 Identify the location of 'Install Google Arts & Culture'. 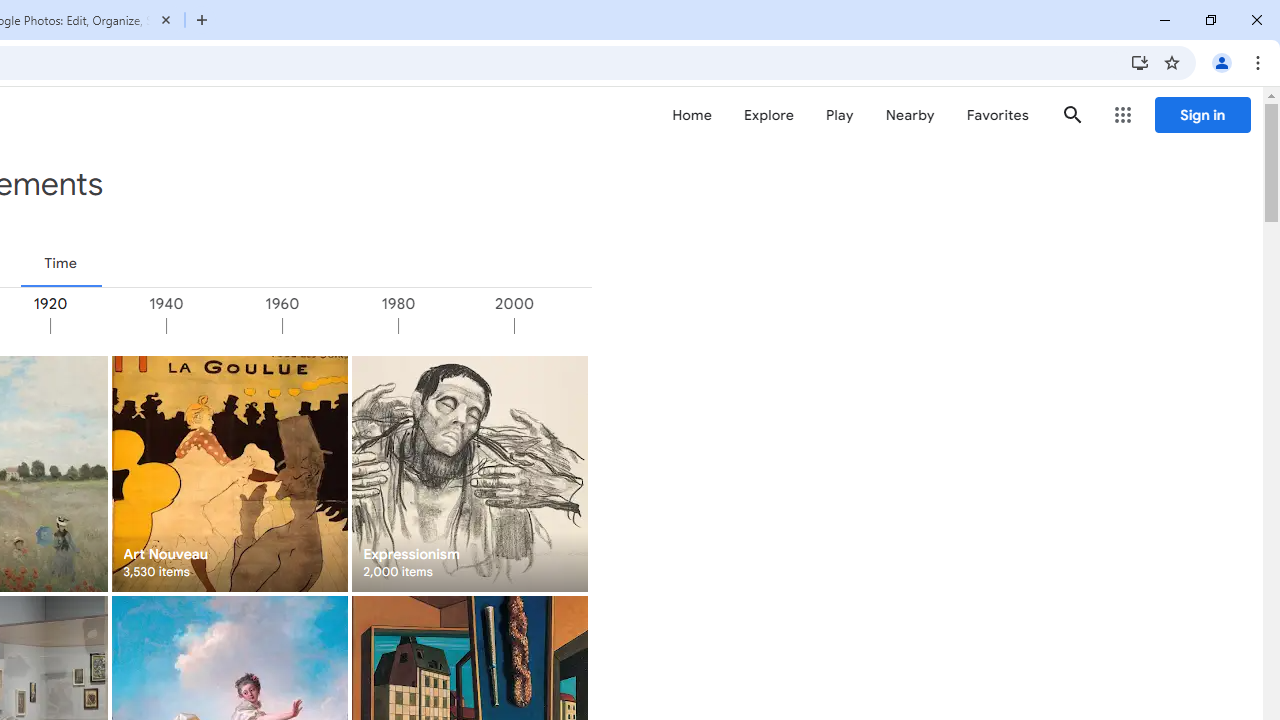
(1139, 61).